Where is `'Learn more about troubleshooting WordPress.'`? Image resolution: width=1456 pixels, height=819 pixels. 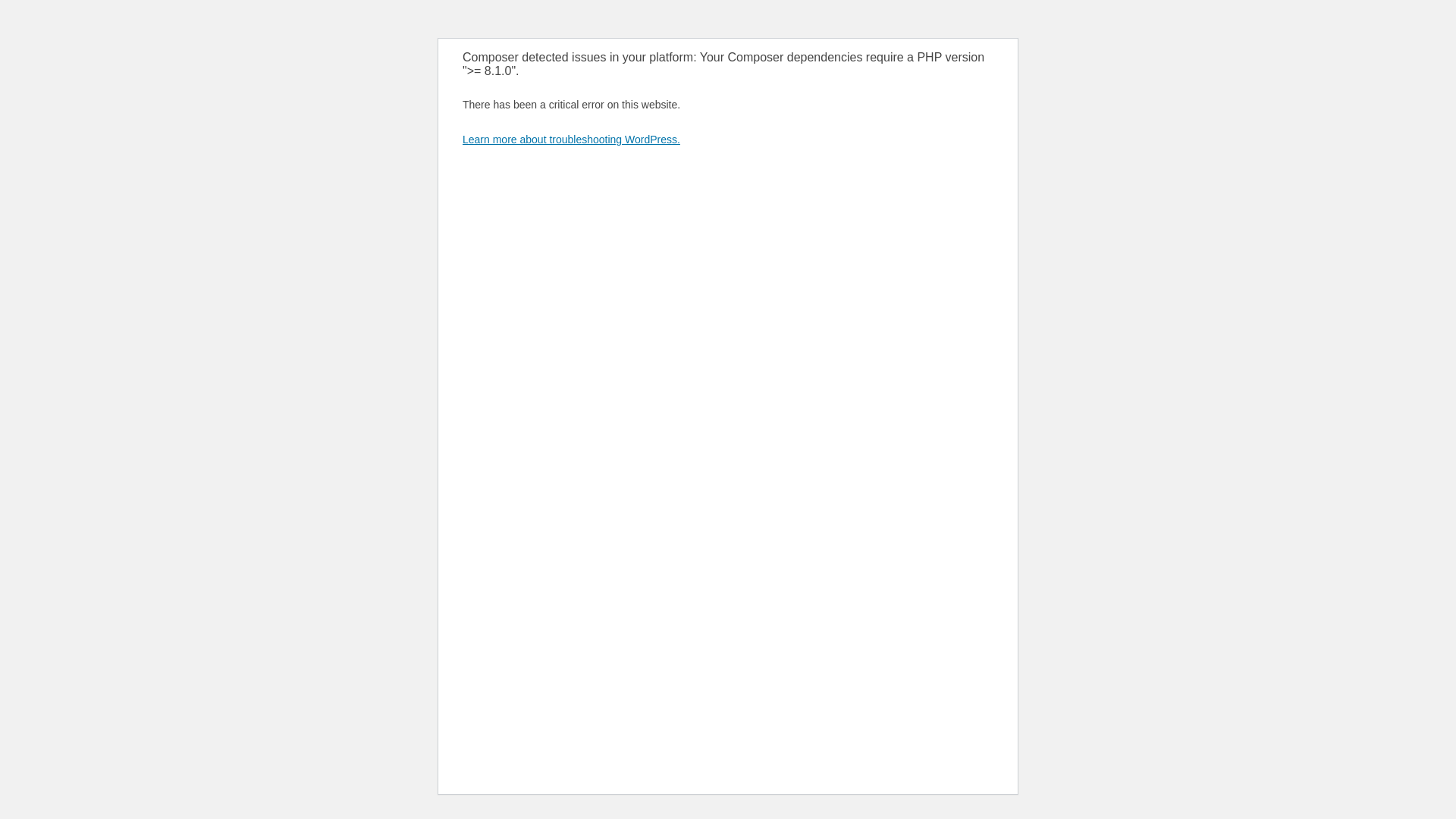
'Learn more about troubleshooting WordPress.' is located at coordinates (570, 140).